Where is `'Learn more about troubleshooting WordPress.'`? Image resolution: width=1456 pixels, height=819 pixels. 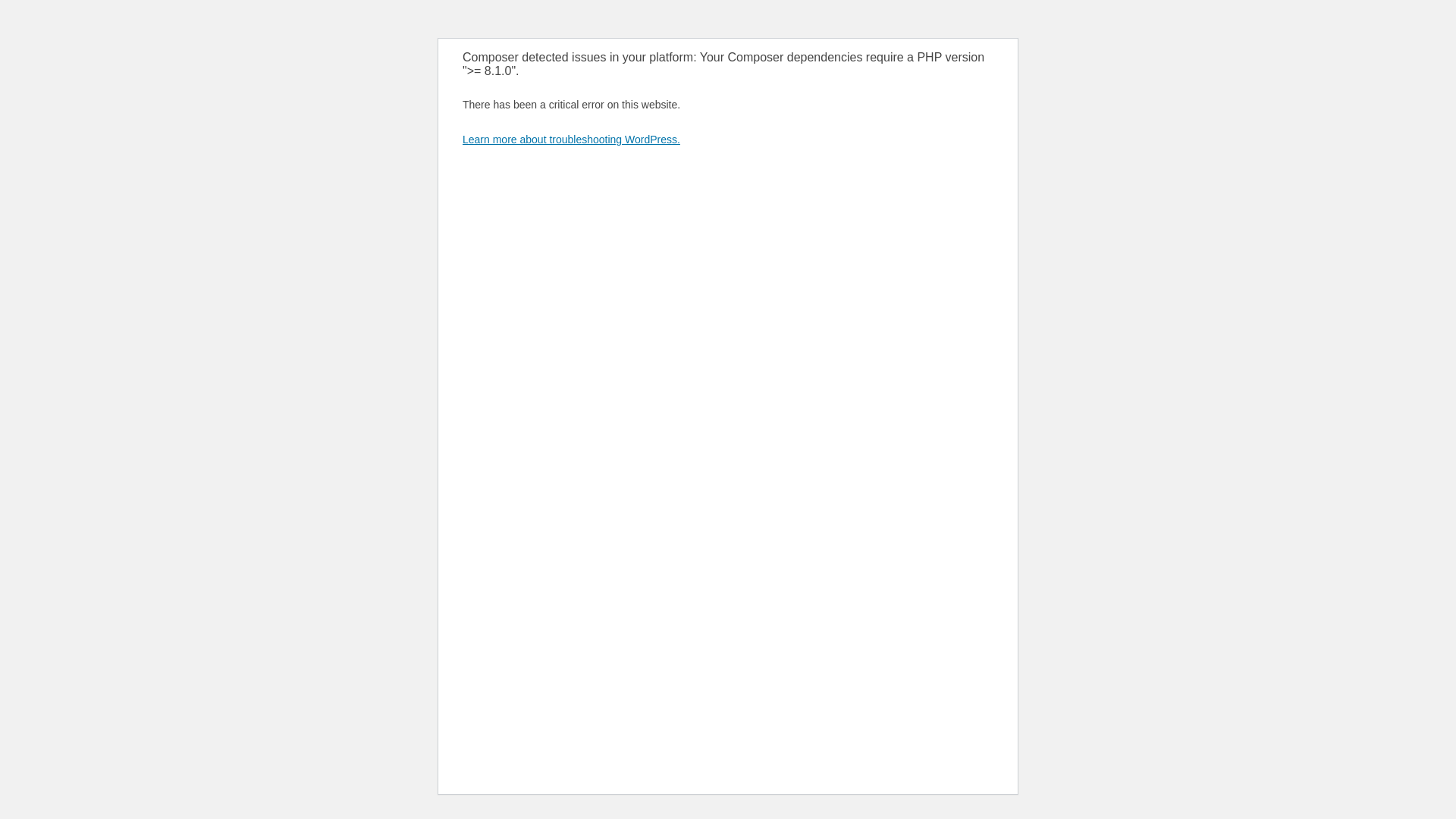
'Learn more about troubleshooting WordPress.' is located at coordinates (570, 140).